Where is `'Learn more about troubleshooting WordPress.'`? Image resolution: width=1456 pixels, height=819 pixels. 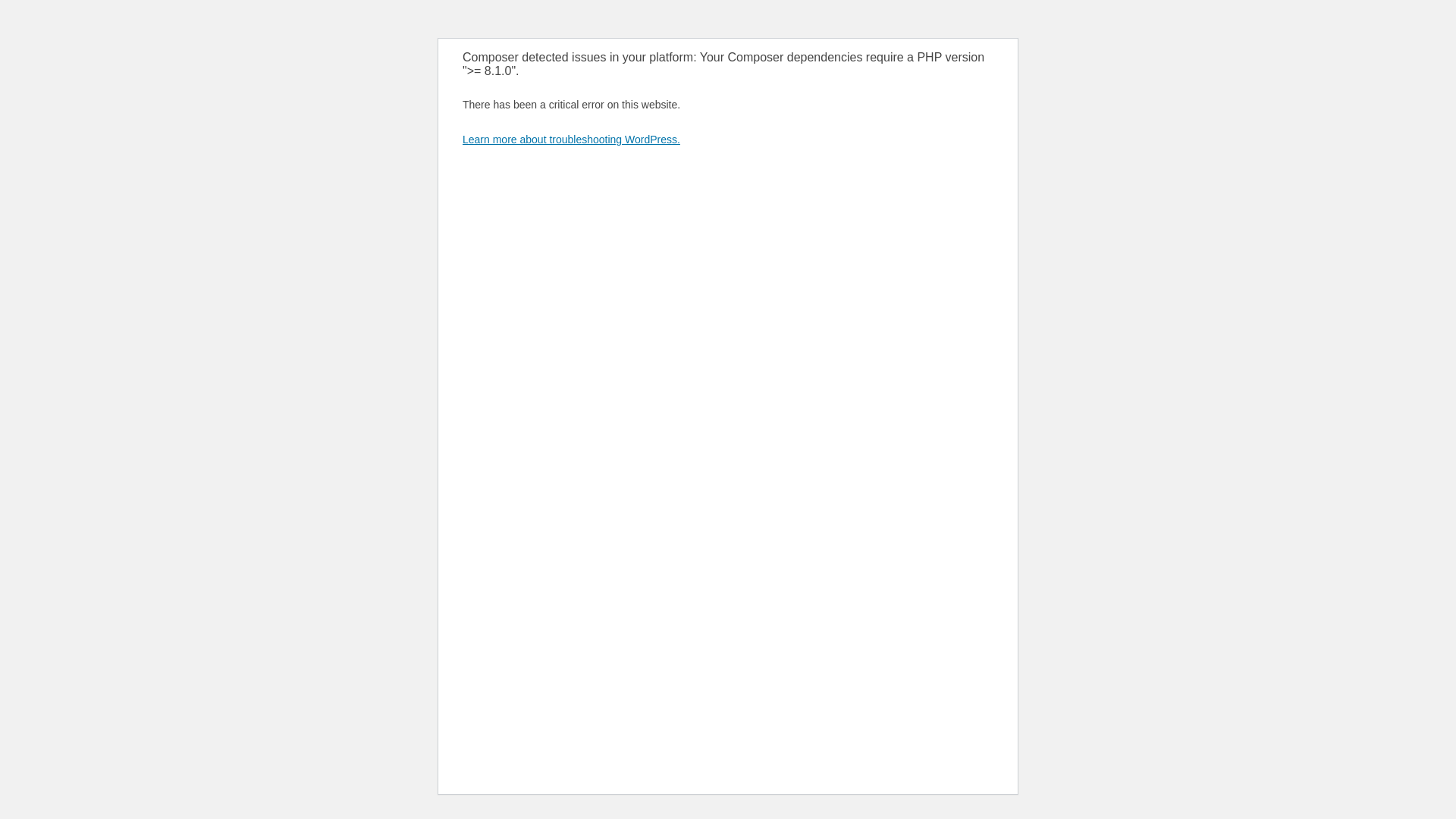
'Learn more about troubleshooting WordPress.' is located at coordinates (570, 140).